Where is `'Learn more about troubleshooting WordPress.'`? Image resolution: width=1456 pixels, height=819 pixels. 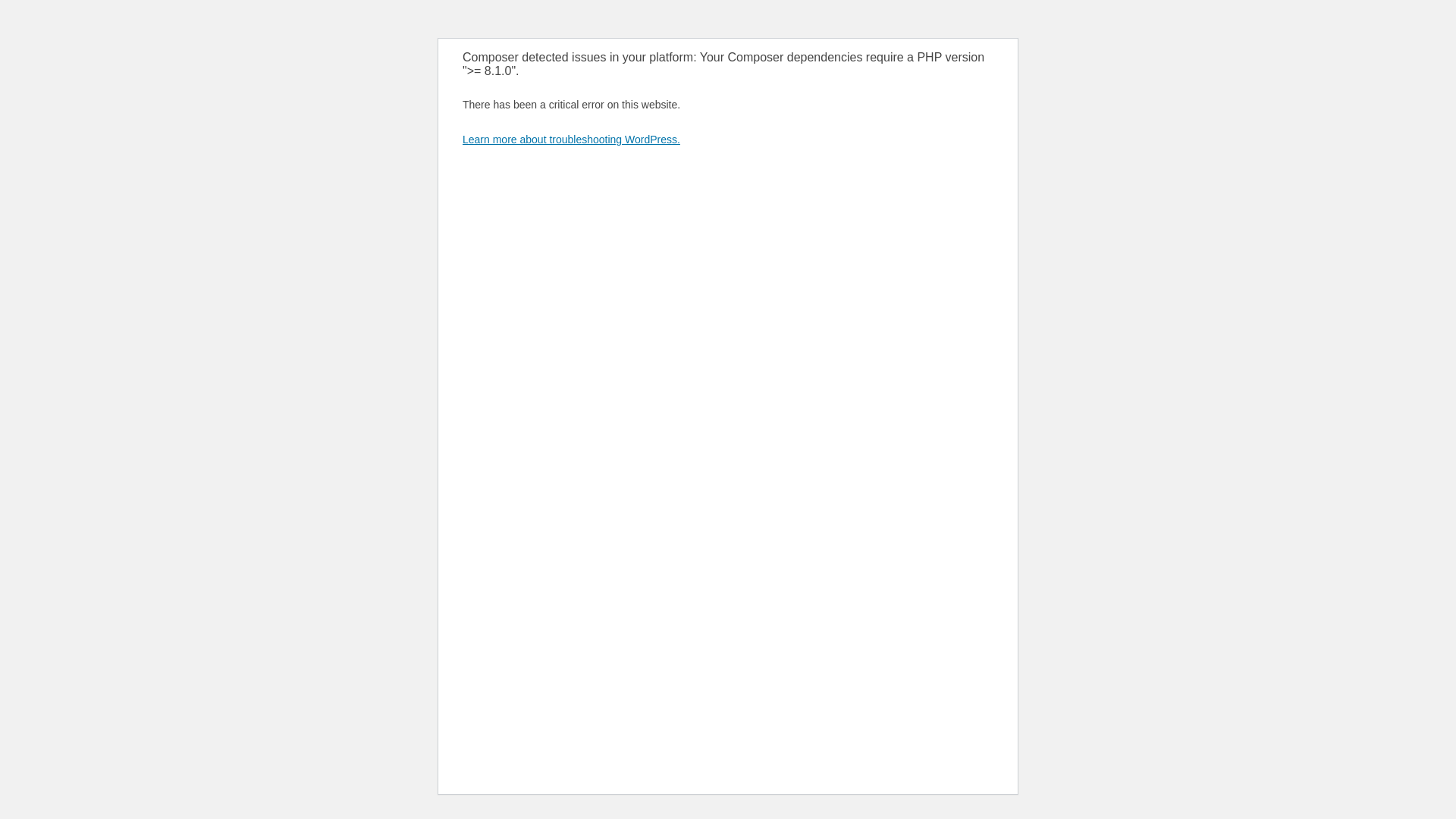
'Learn more about troubleshooting WordPress.' is located at coordinates (570, 140).